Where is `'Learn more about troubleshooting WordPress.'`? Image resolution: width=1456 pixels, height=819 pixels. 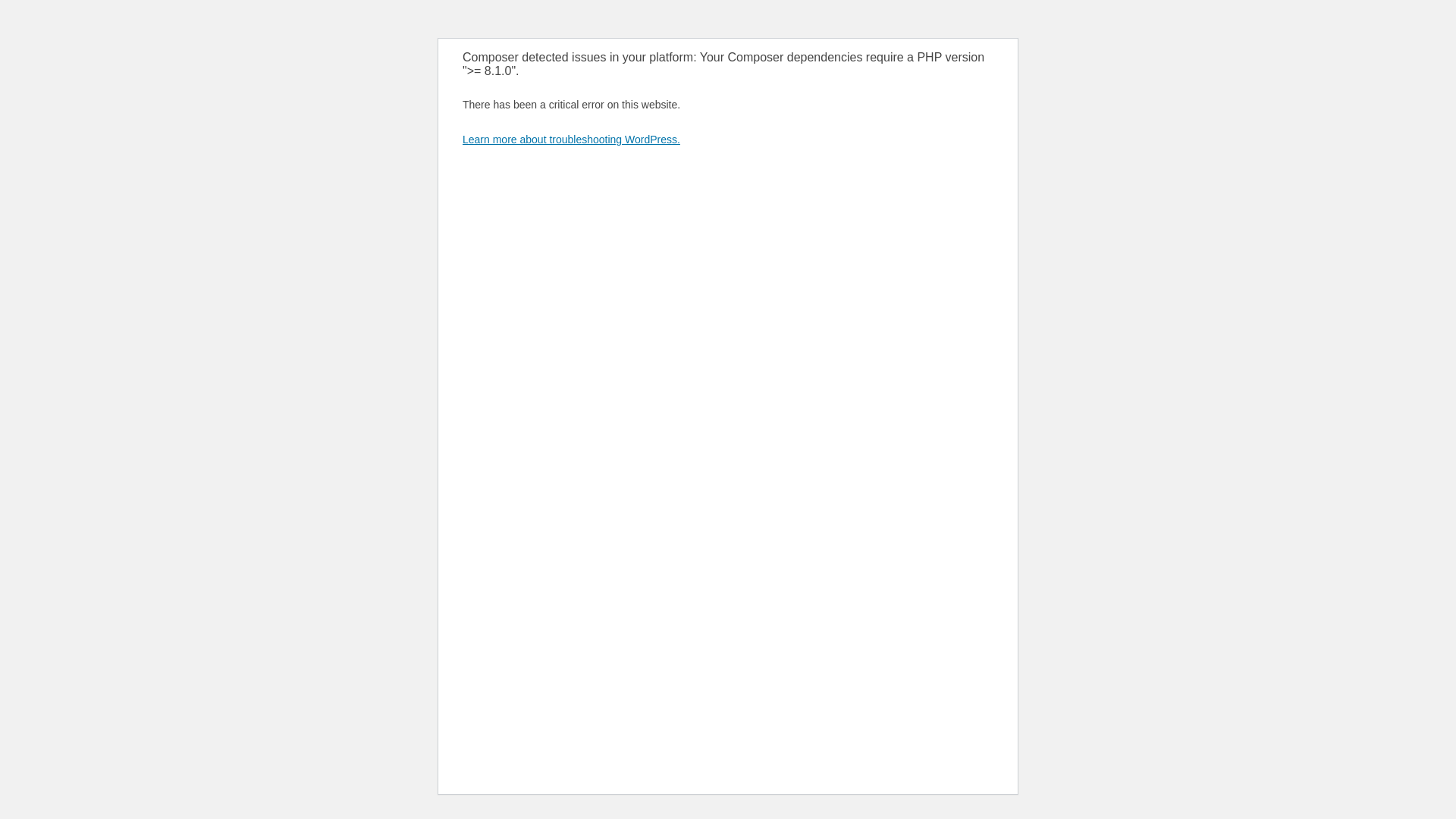
'Learn more about troubleshooting WordPress.' is located at coordinates (570, 140).